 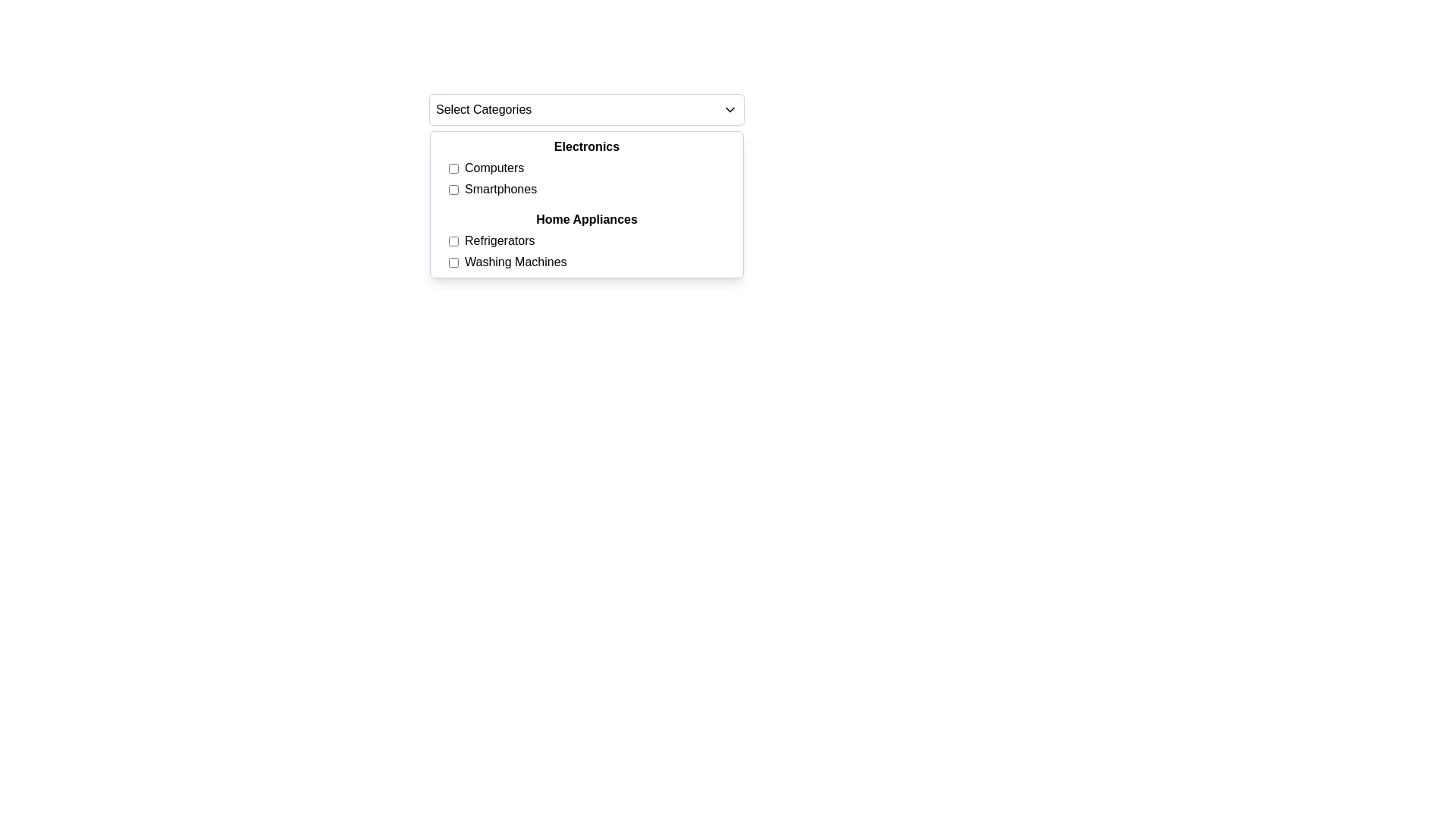 I want to click on the background of the 'Electronics' group in the dropdown menu to interact with its options, so click(x=585, y=168).